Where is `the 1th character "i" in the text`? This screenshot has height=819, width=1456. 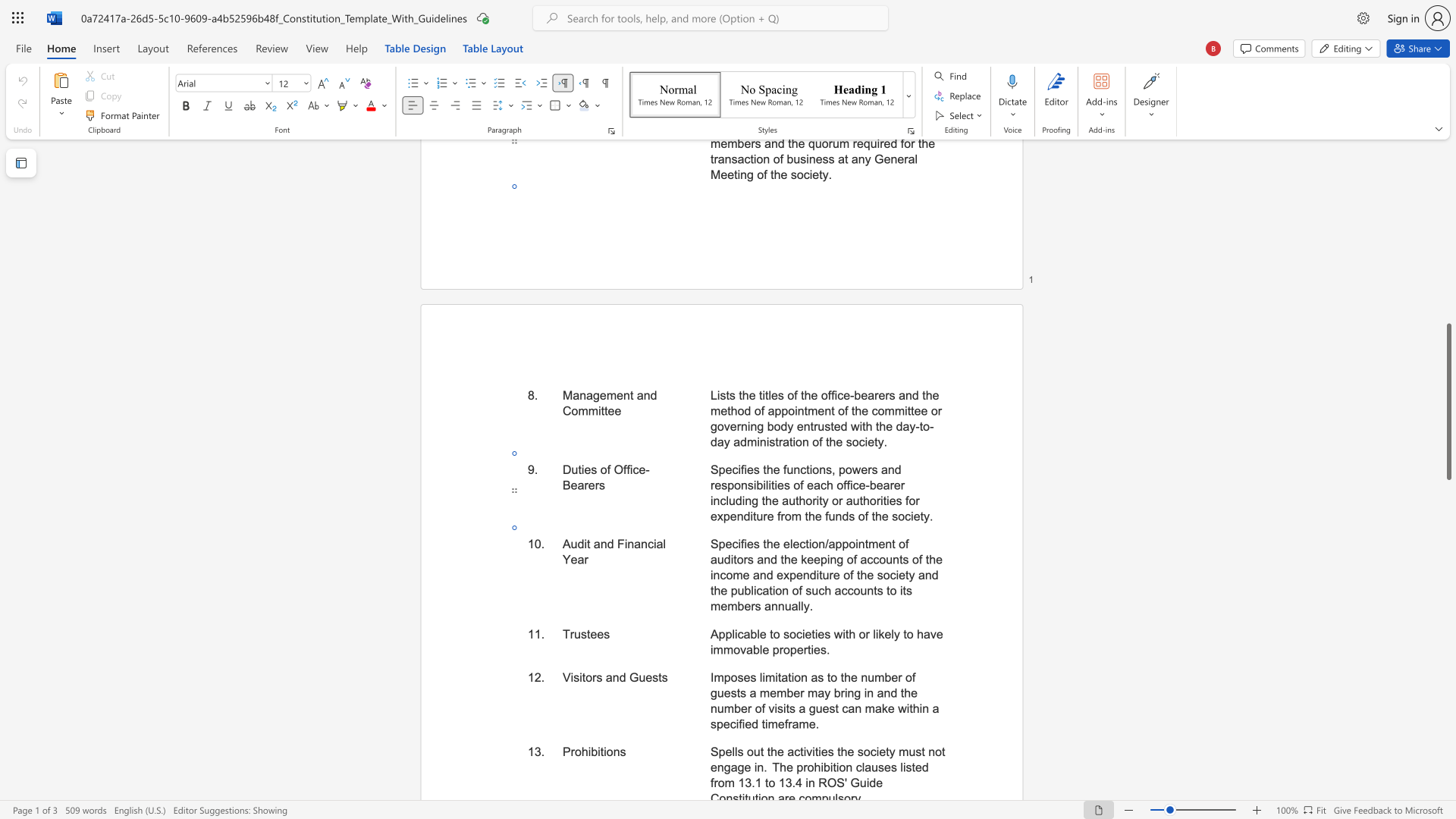
the 1th character "i" in the text is located at coordinates (585, 543).